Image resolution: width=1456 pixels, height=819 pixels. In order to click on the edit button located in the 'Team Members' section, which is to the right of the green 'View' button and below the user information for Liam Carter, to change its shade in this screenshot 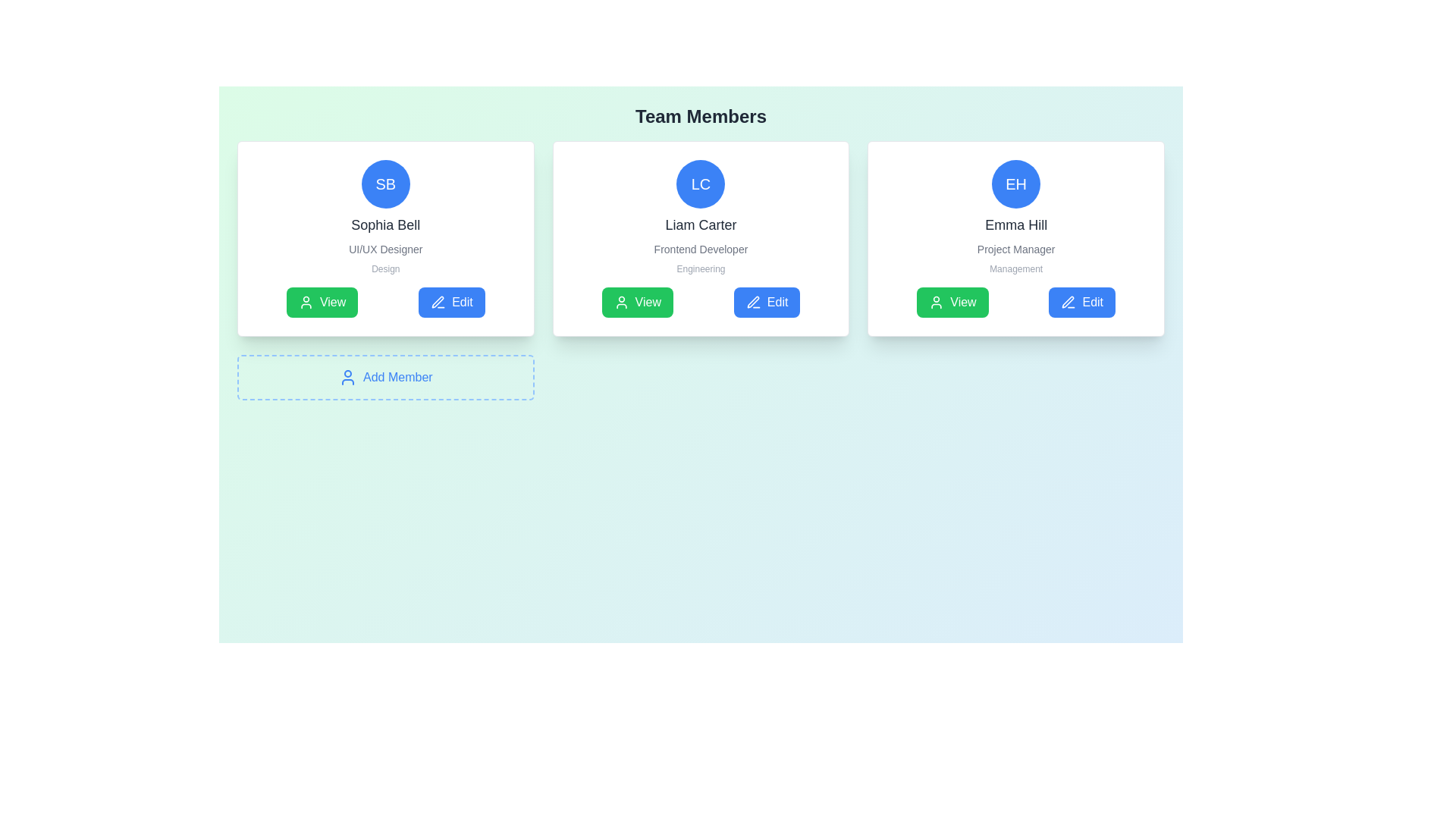, I will do `click(767, 302)`.